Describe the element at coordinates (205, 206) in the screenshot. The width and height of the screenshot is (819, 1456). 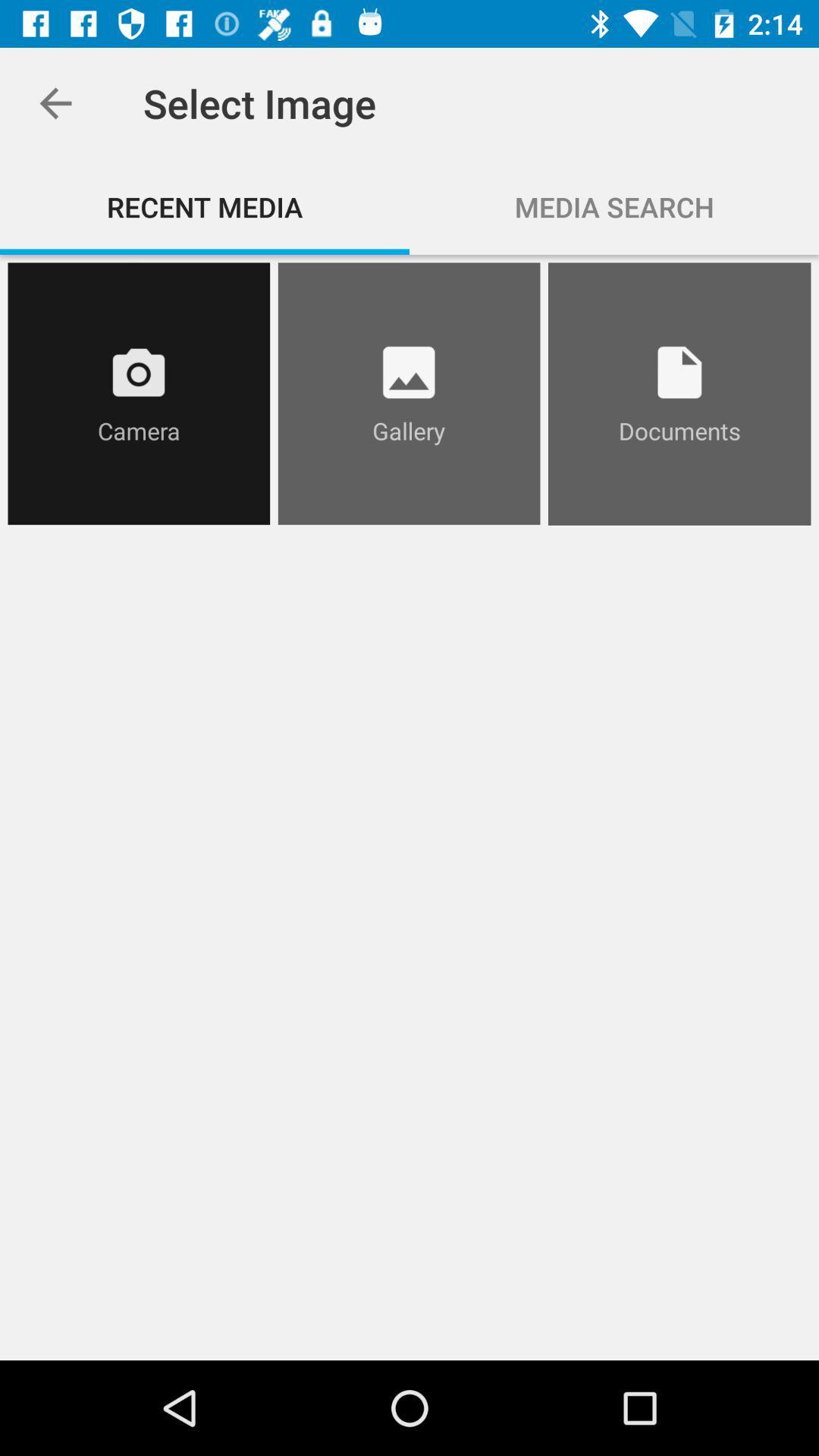
I see `item to the left of the media search` at that location.